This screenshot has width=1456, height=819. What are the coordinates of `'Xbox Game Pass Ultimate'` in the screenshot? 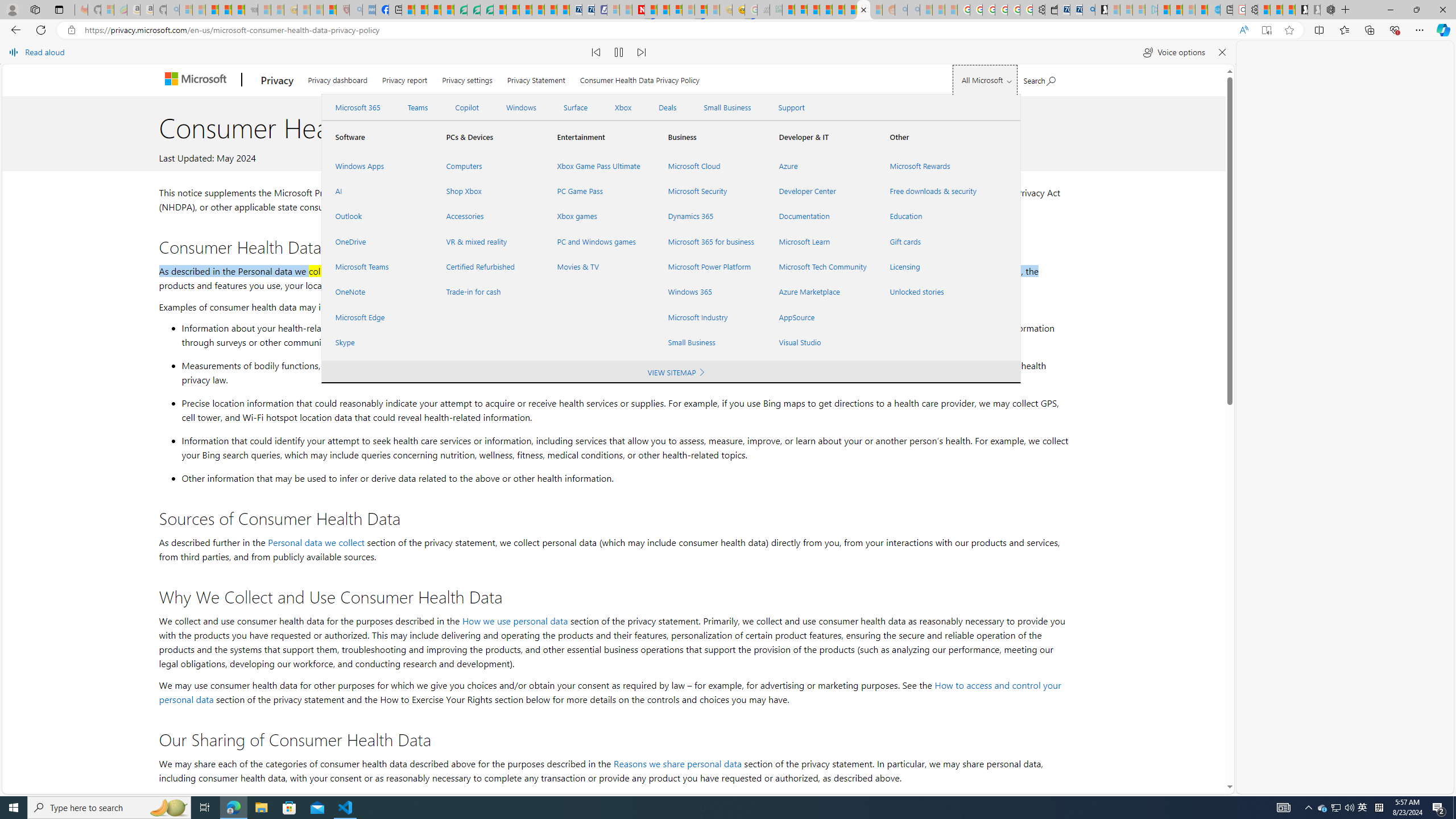 It's located at (598, 166).